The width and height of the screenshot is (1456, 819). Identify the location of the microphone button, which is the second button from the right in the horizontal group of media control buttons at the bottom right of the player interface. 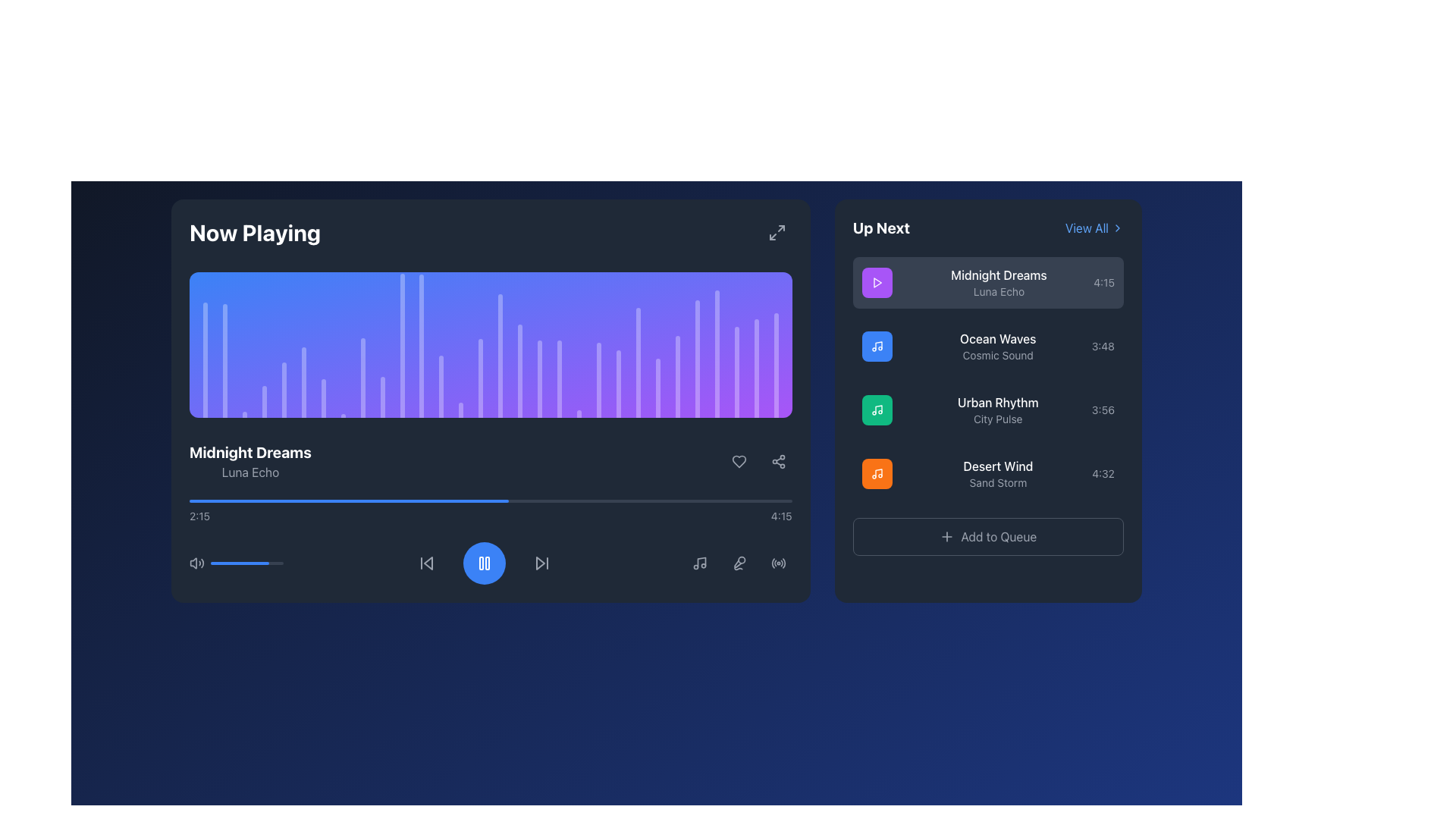
(739, 563).